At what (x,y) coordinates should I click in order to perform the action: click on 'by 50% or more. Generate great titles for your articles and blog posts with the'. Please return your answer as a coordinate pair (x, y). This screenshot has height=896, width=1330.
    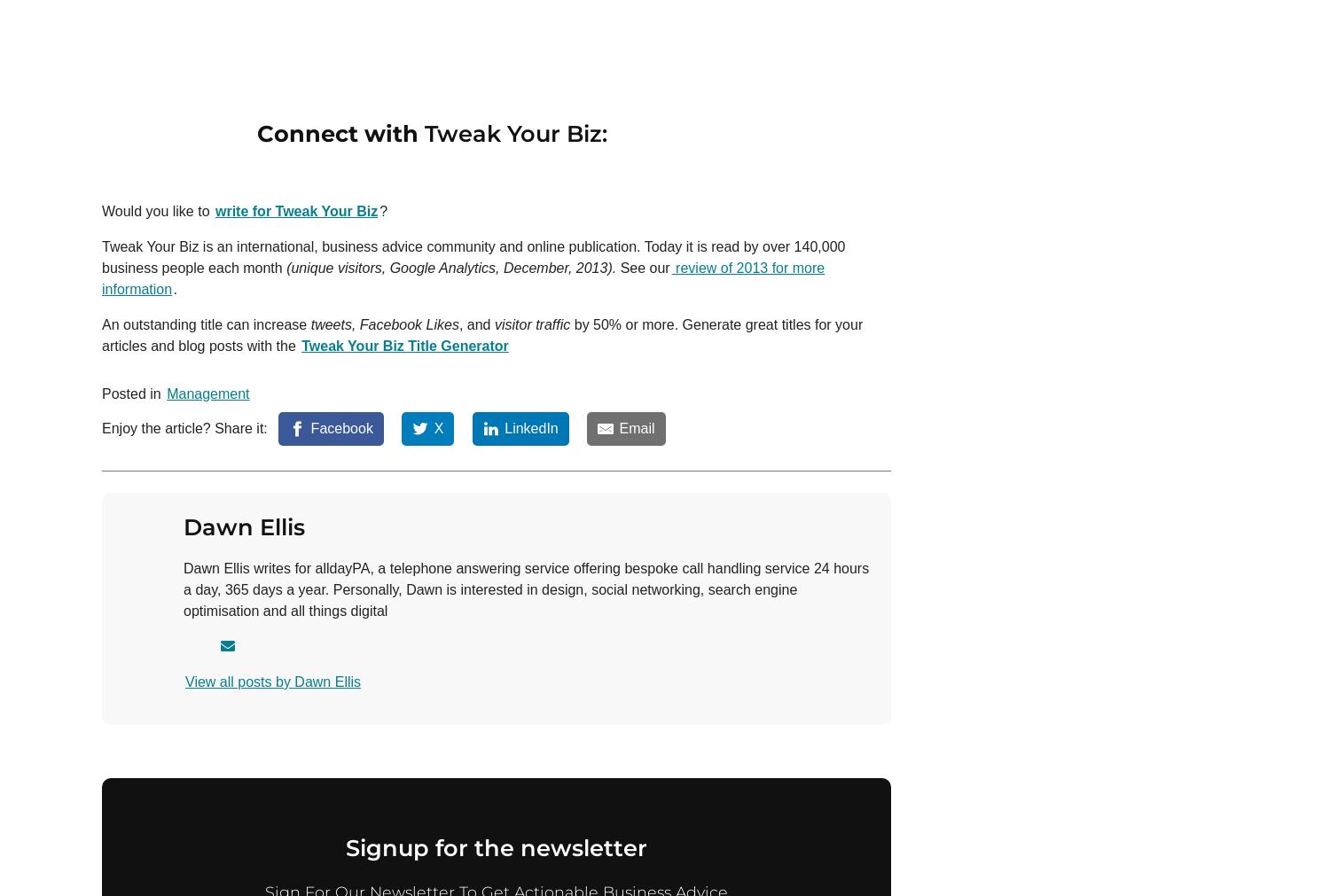
    Looking at the image, I should click on (101, 333).